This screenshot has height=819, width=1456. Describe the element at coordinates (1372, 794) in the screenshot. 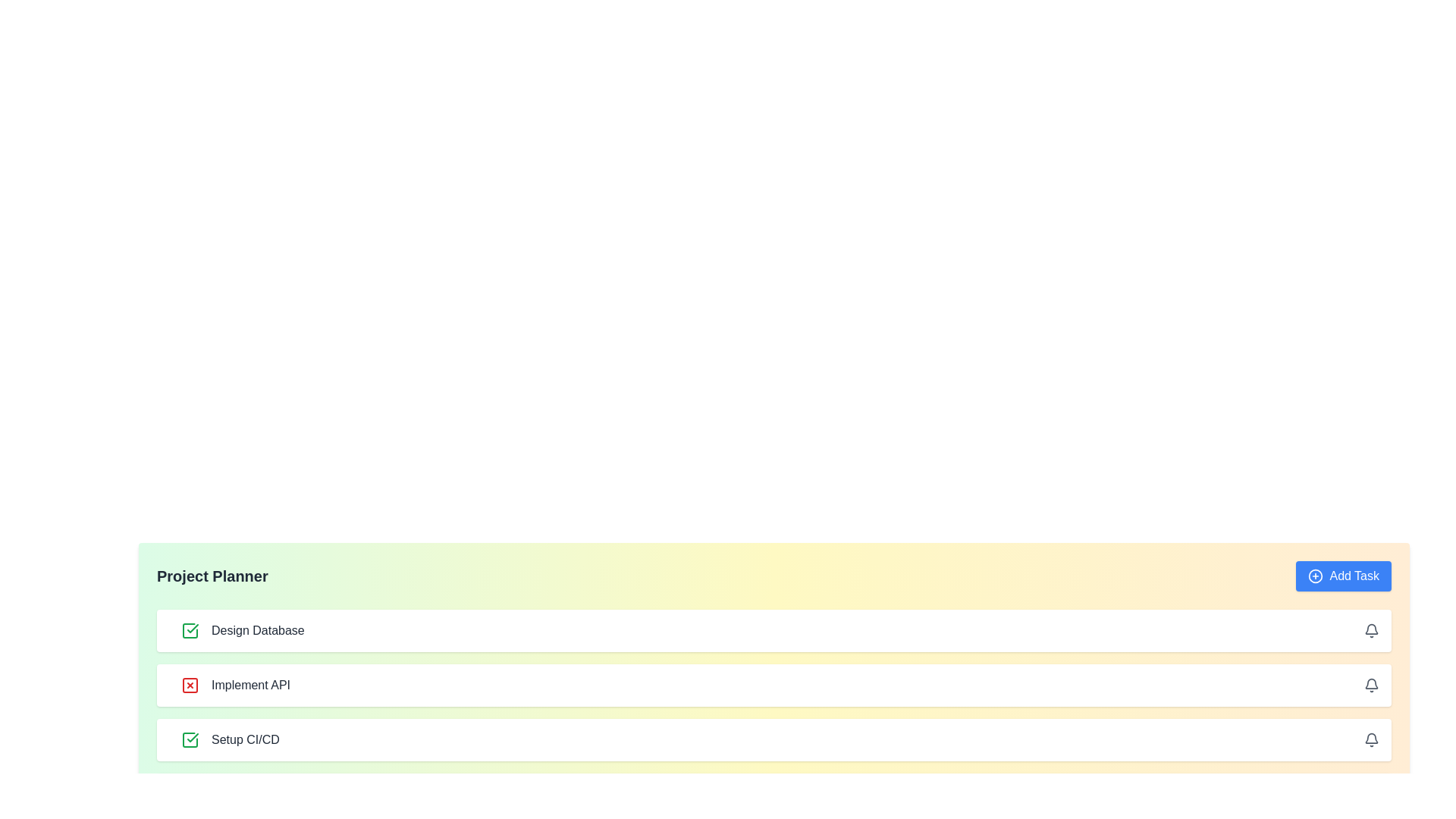

I see `bell icon for the task Code Review to set or manage notifications` at that location.